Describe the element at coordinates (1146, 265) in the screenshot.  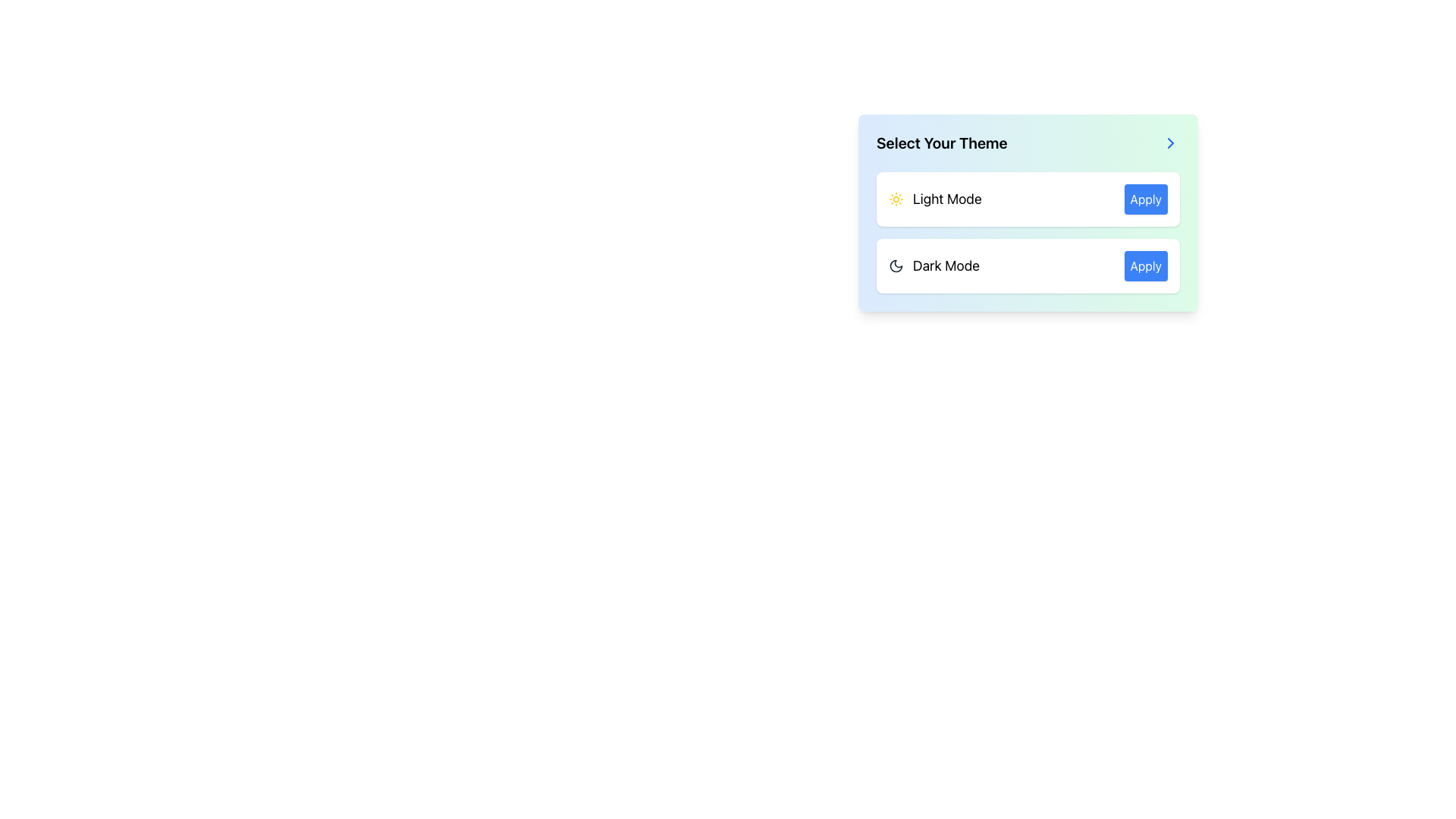
I see `the blue 'Apply' button with white text` at that location.